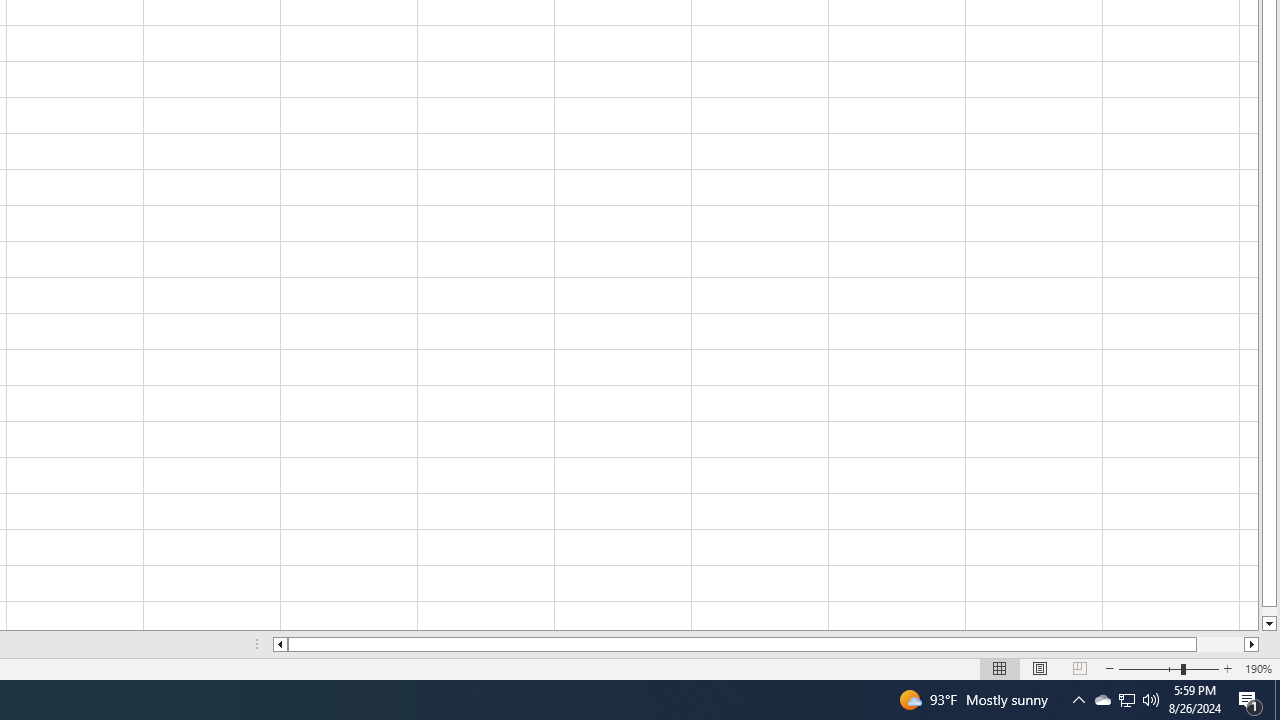  Describe the element at coordinates (1078, 669) in the screenshot. I see `'Page Break Preview'` at that location.